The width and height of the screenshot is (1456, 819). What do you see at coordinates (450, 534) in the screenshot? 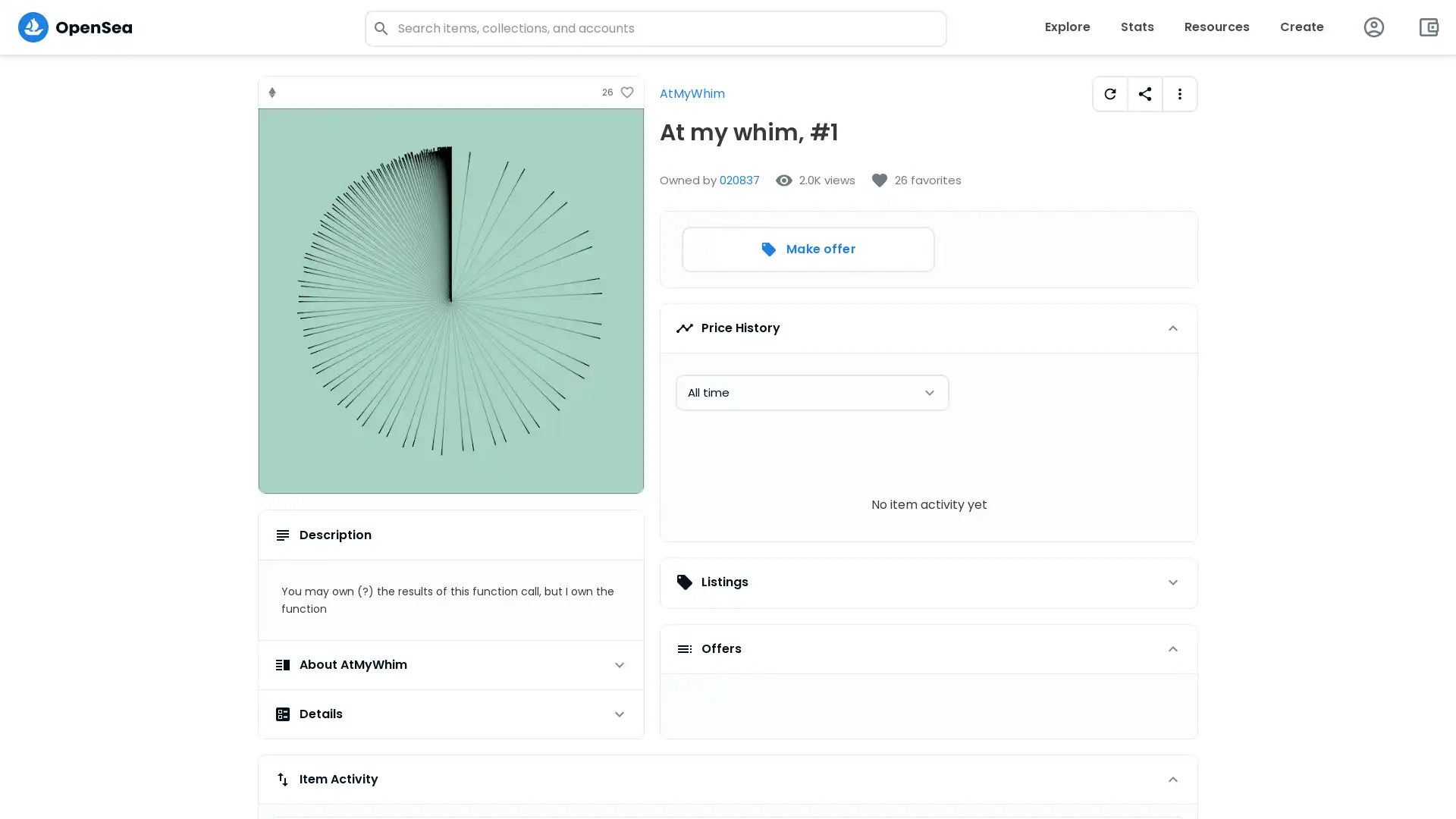
I see `Description` at bounding box center [450, 534].